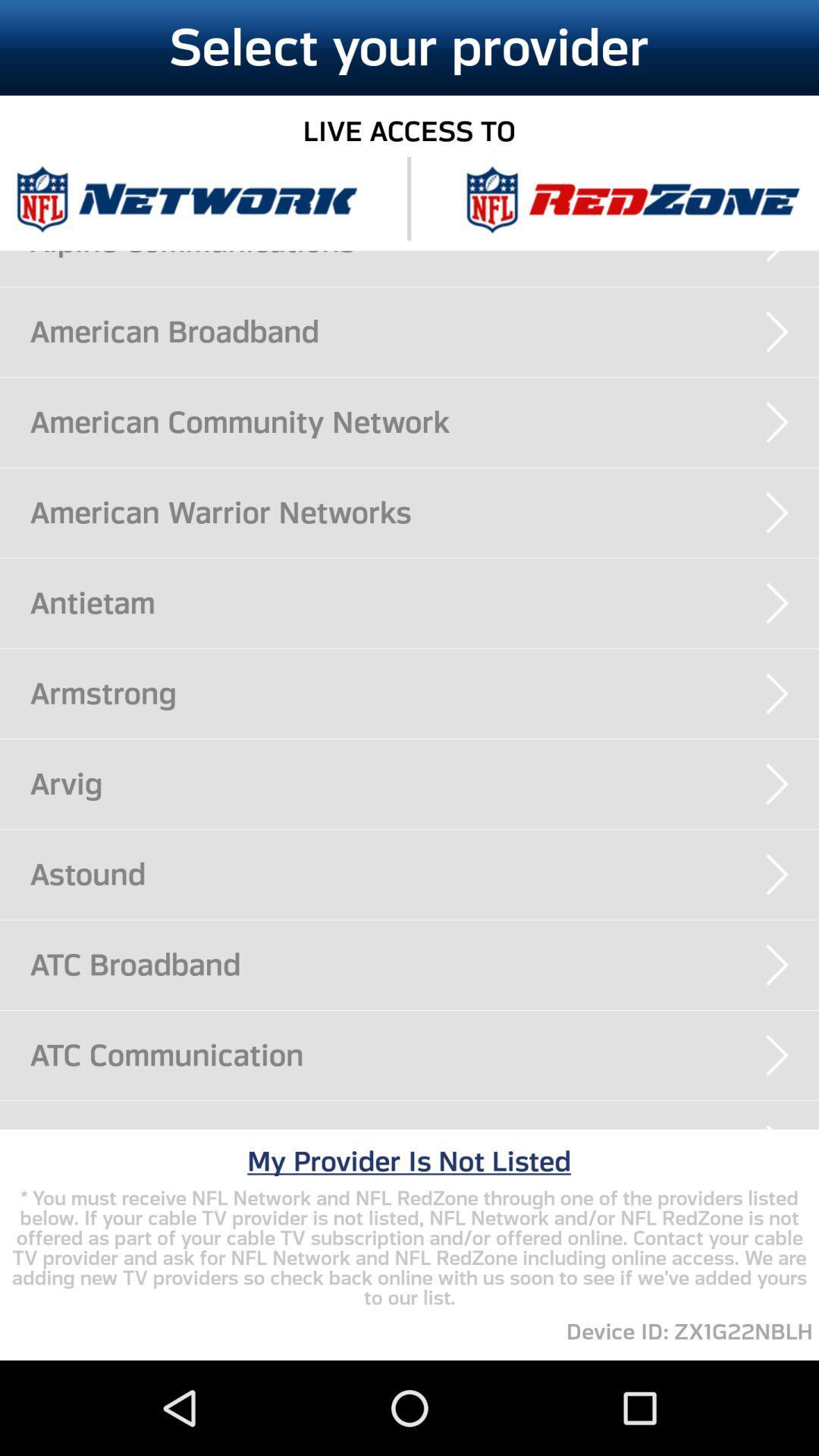 This screenshot has height=1456, width=819. I want to click on network which is before redzone on the page, so click(186, 198).